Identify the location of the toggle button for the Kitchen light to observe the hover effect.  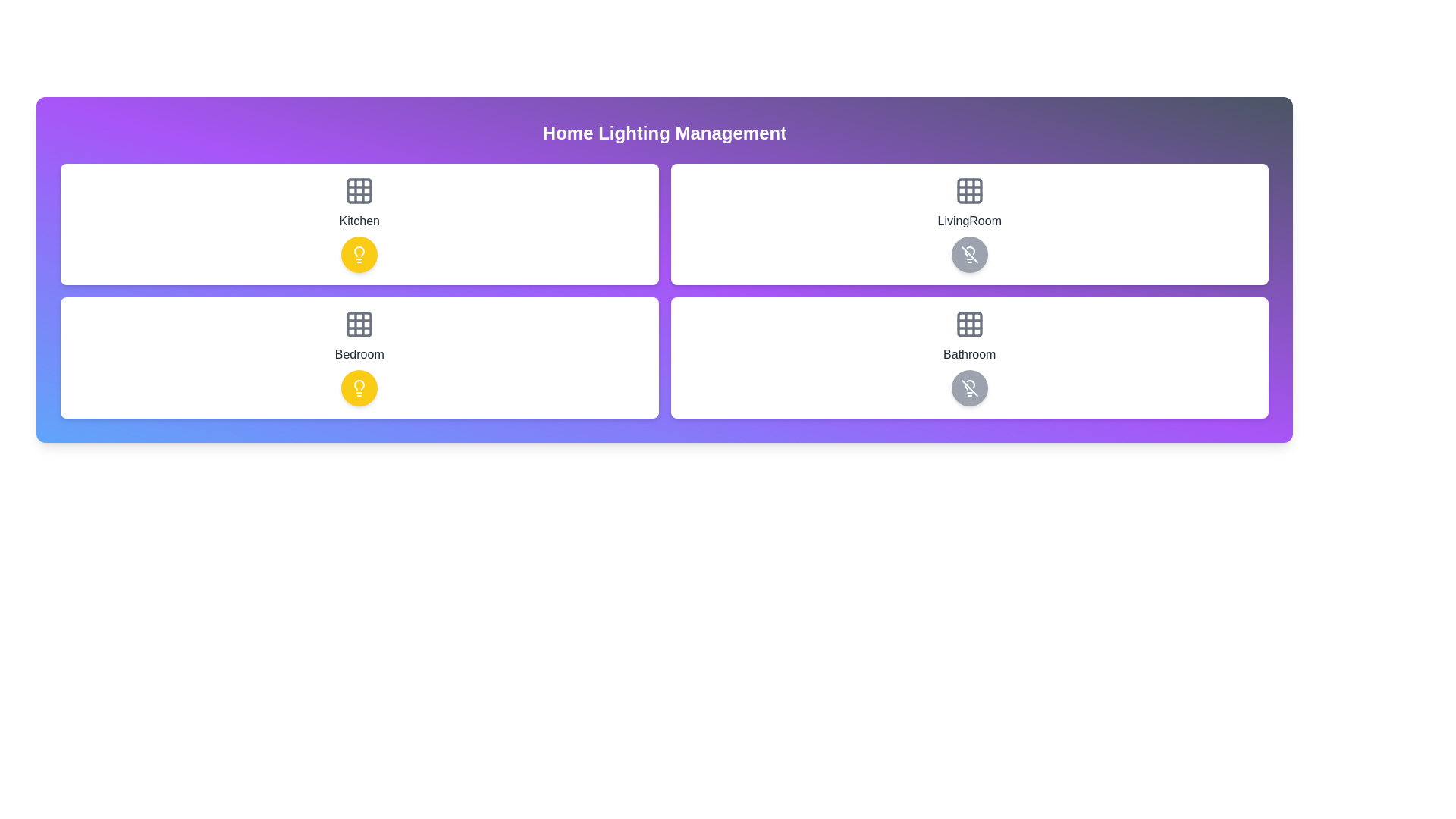
(359, 253).